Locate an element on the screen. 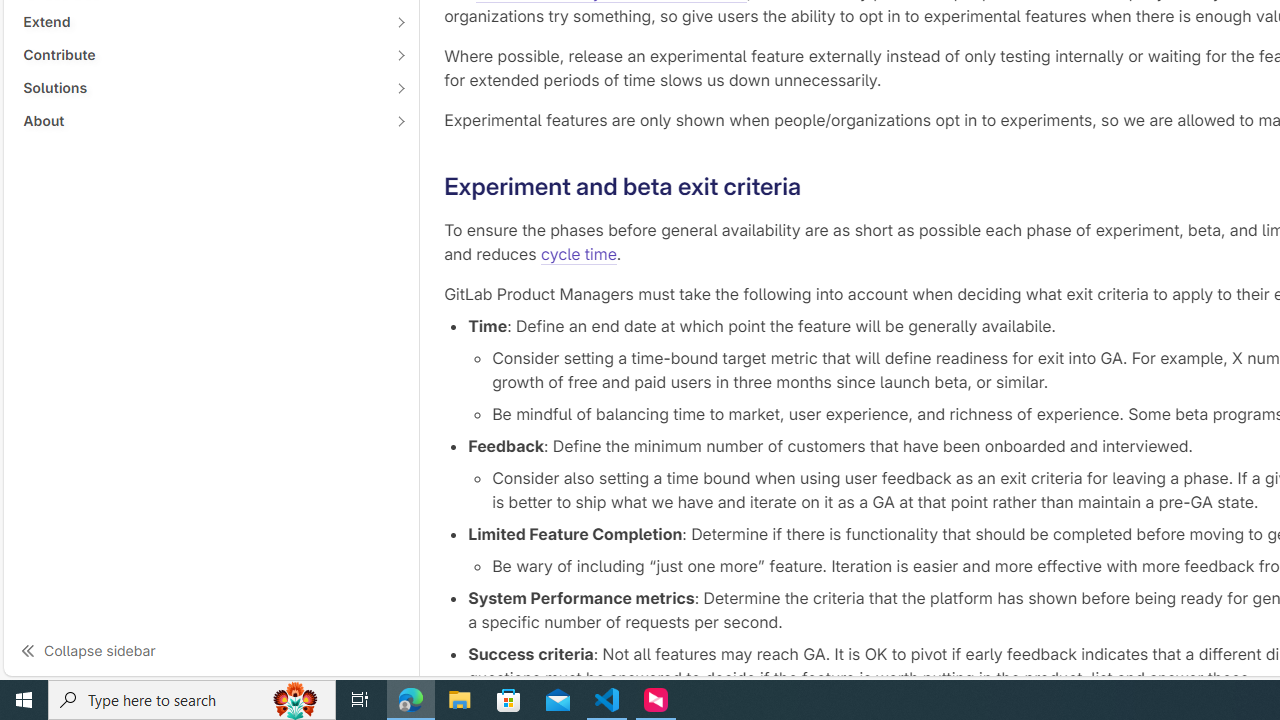 The height and width of the screenshot is (720, 1280). 'Extend' is located at coordinates (200, 21).